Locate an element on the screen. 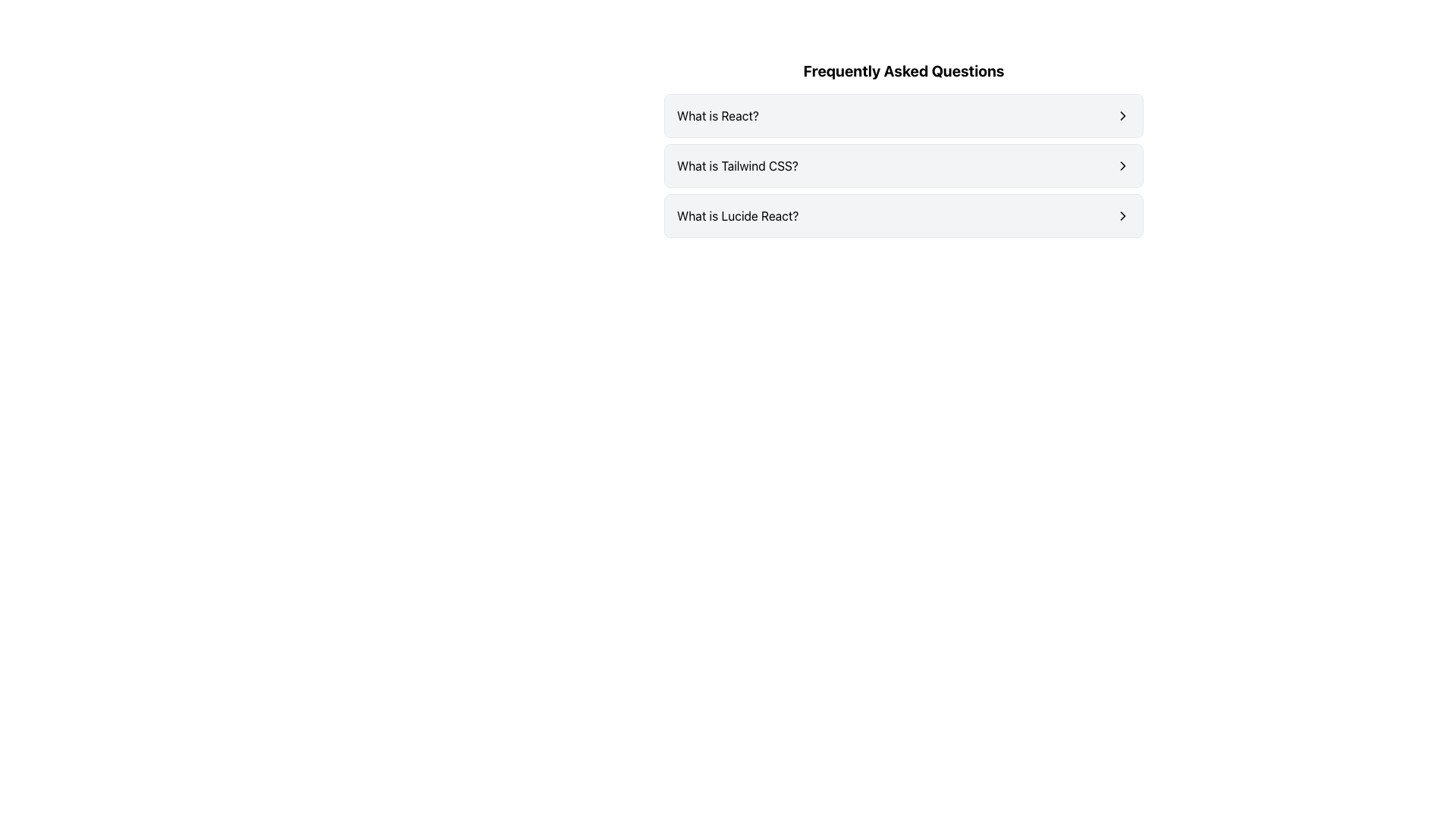  the chevron icon indicating the expandable button in the vertical list of options is located at coordinates (1123, 166).